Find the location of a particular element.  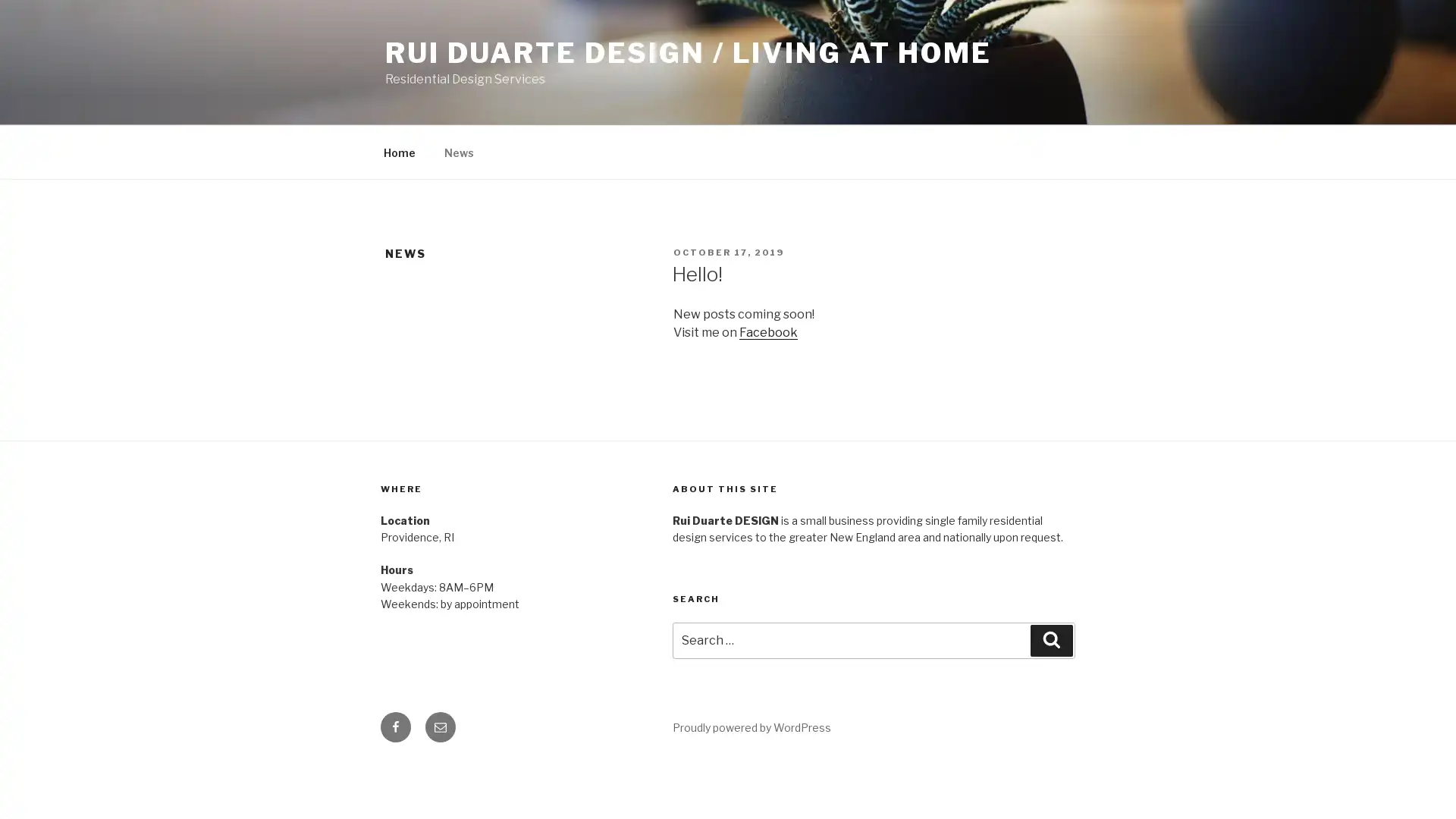

Search is located at coordinates (1051, 640).